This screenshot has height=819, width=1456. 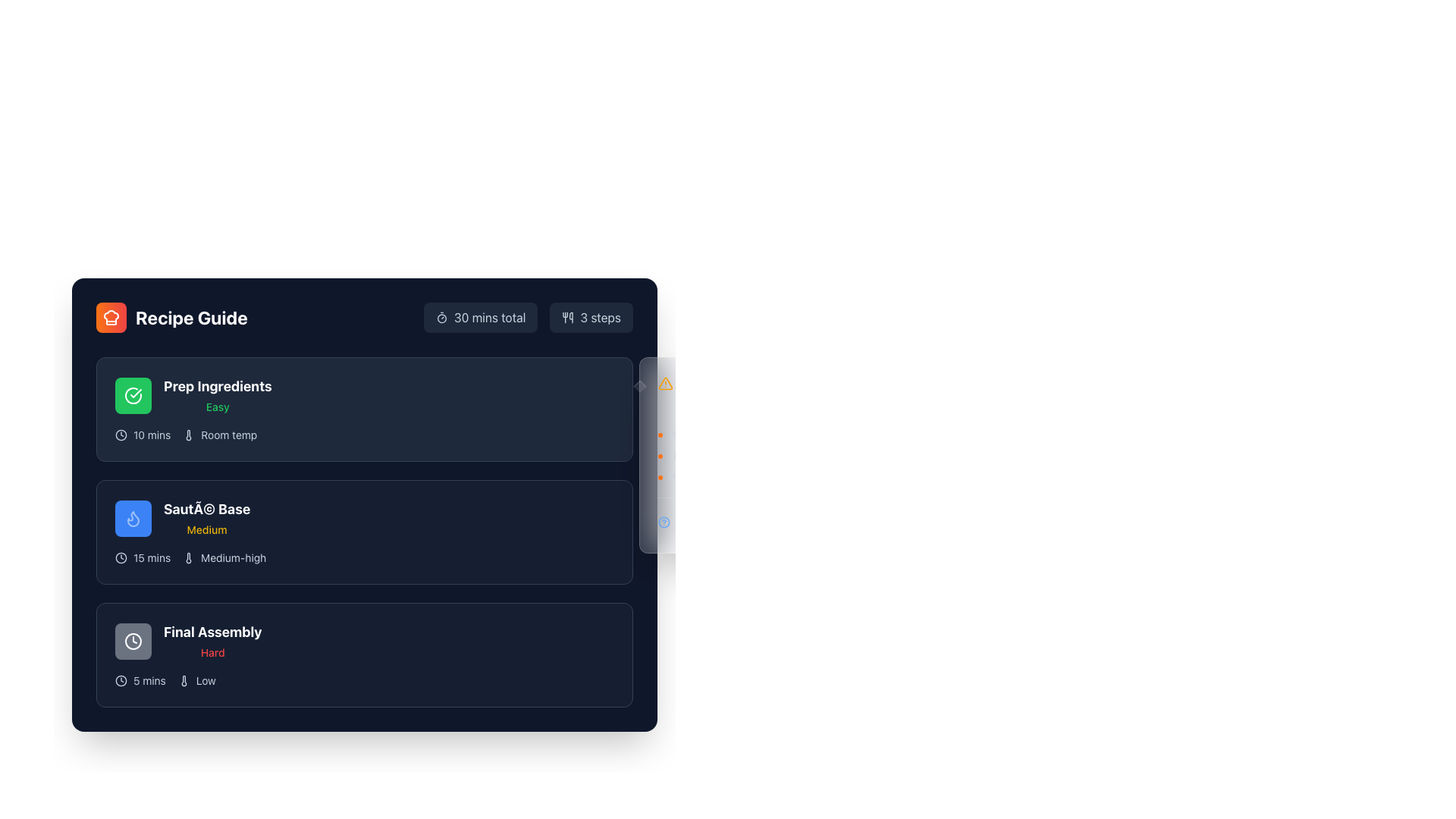 I want to click on the temperature label with icon located under the '15 mins' time indicator in the 'Sauté Base' section of the recipe guide interface, so click(x=224, y=558).